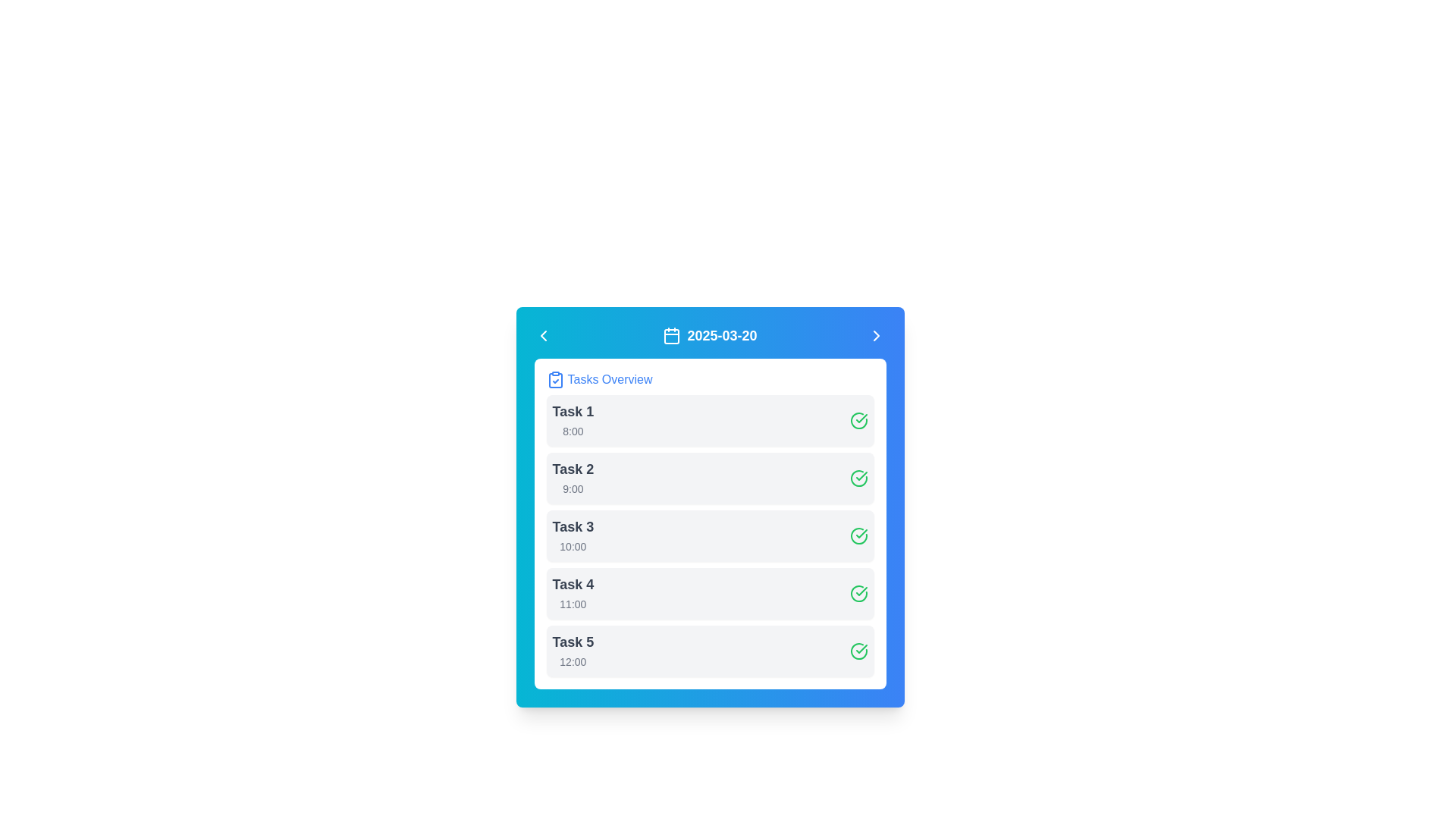 The height and width of the screenshot is (819, 1456). What do you see at coordinates (572, 535) in the screenshot?
I see `the text label displaying 'Task 3' with the time '10:00' located in the third item of a vertically arranged list` at bounding box center [572, 535].